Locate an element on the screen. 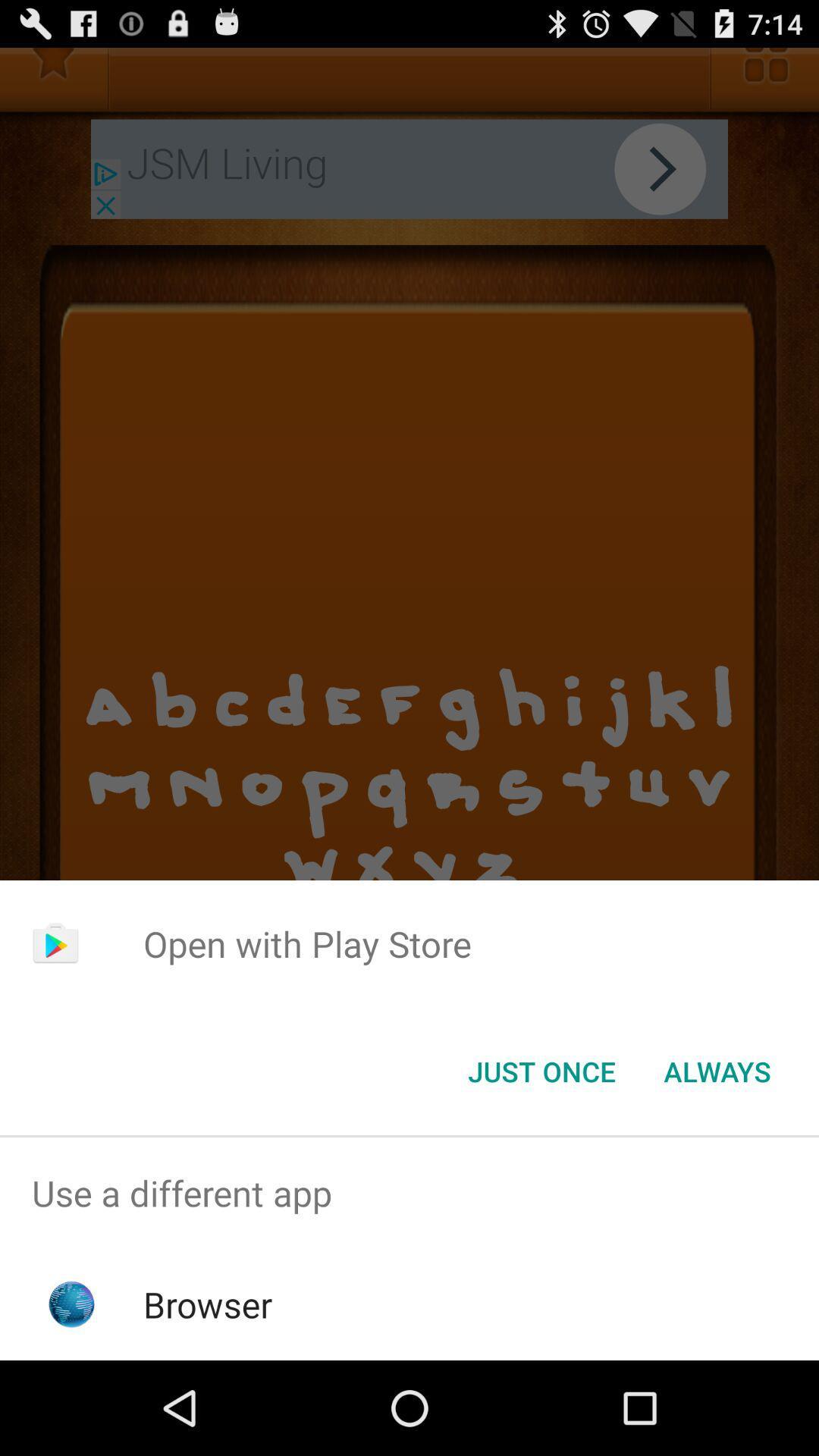 This screenshot has width=819, height=1456. always at the bottom right corner is located at coordinates (717, 1070).